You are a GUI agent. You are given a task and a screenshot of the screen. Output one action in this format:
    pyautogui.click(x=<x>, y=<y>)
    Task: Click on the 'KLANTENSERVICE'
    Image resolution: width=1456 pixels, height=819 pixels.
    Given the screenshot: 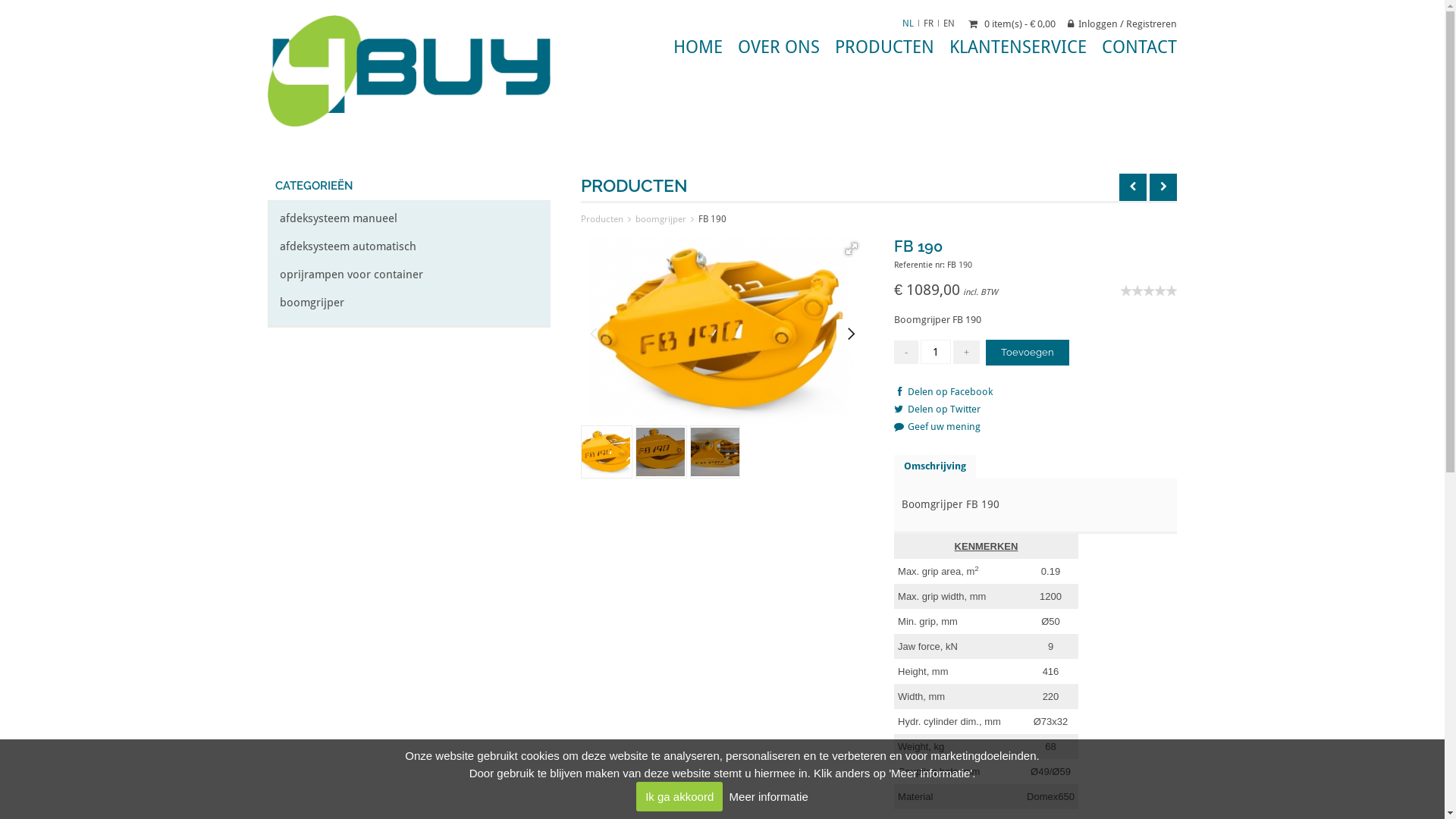 What is the action you would take?
    pyautogui.click(x=1018, y=45)
    